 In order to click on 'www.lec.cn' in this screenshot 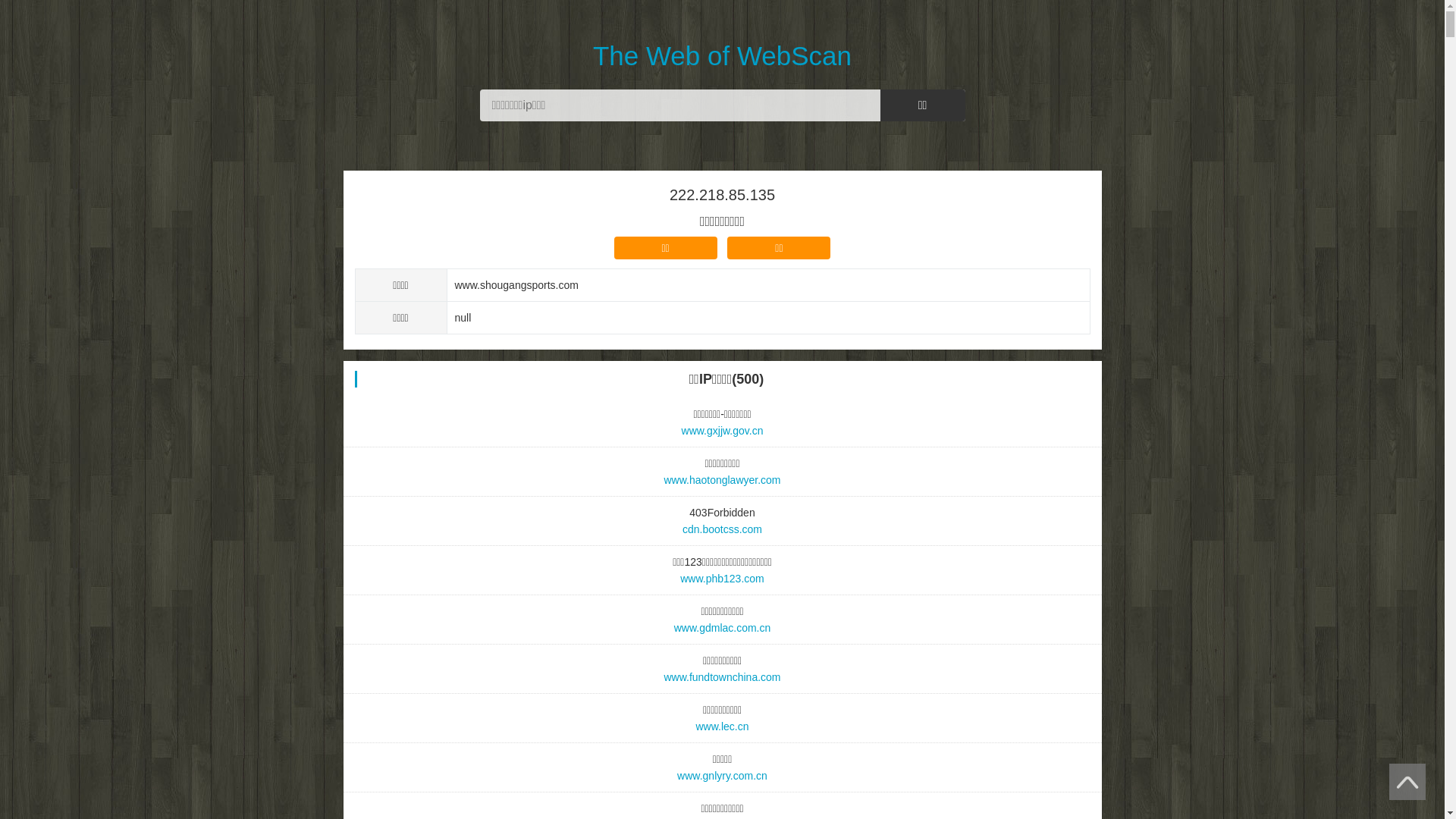, I will do `click(722, 725)`.